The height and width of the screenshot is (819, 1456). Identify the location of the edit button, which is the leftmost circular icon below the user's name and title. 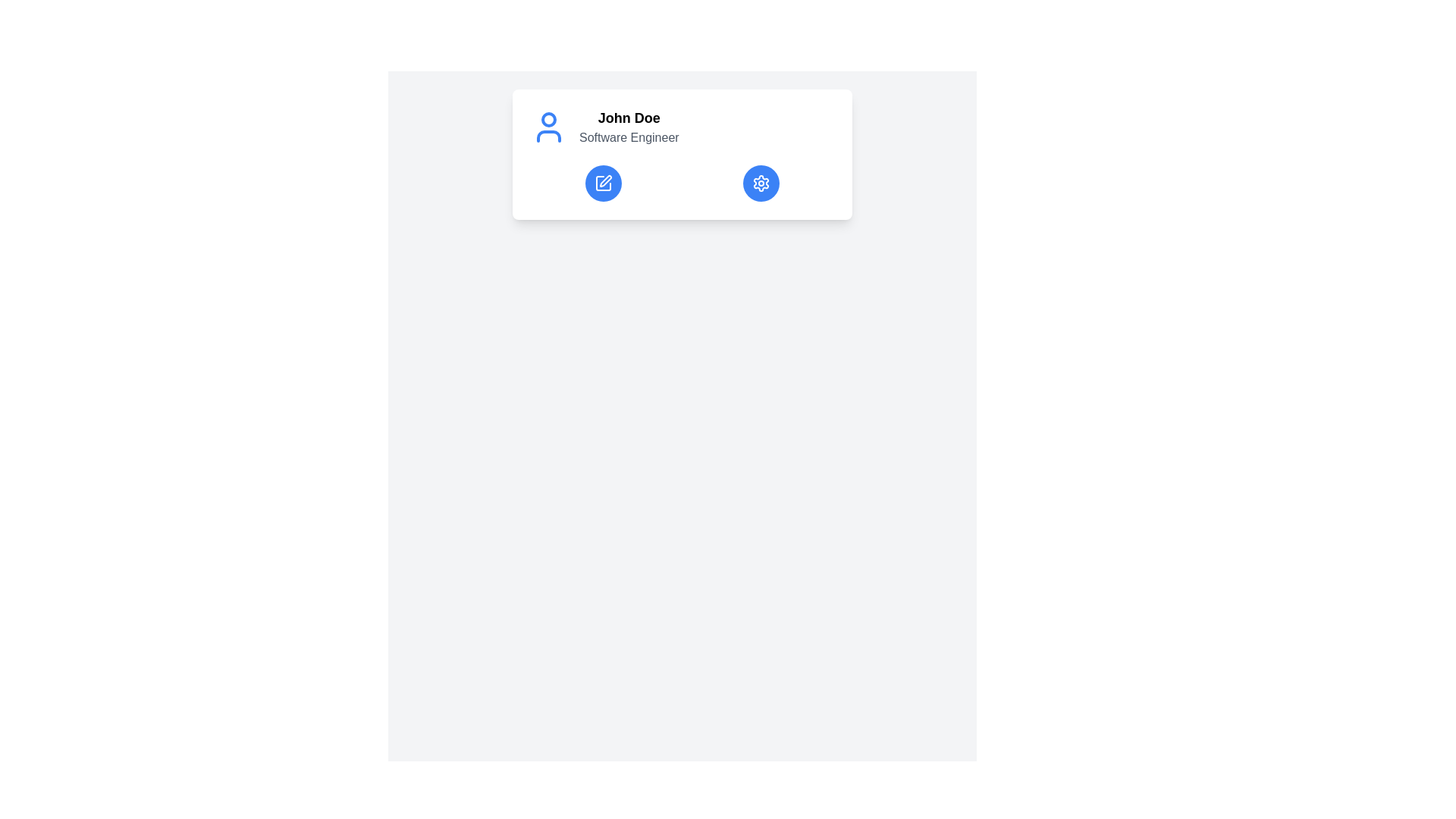
(603, 183).